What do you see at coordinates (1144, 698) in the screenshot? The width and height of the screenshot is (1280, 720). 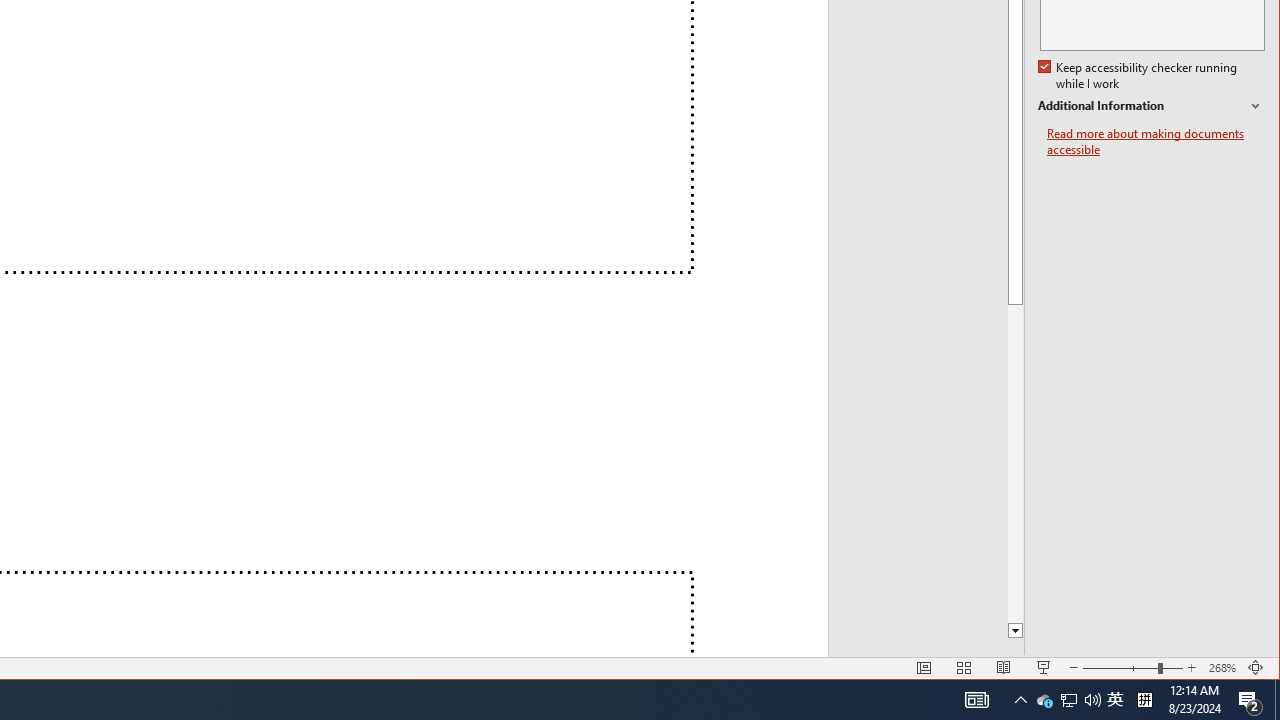 I see `'Tray Input Indicator - Chinese (Simplified, China)'` at bounding box center [1144, 698].